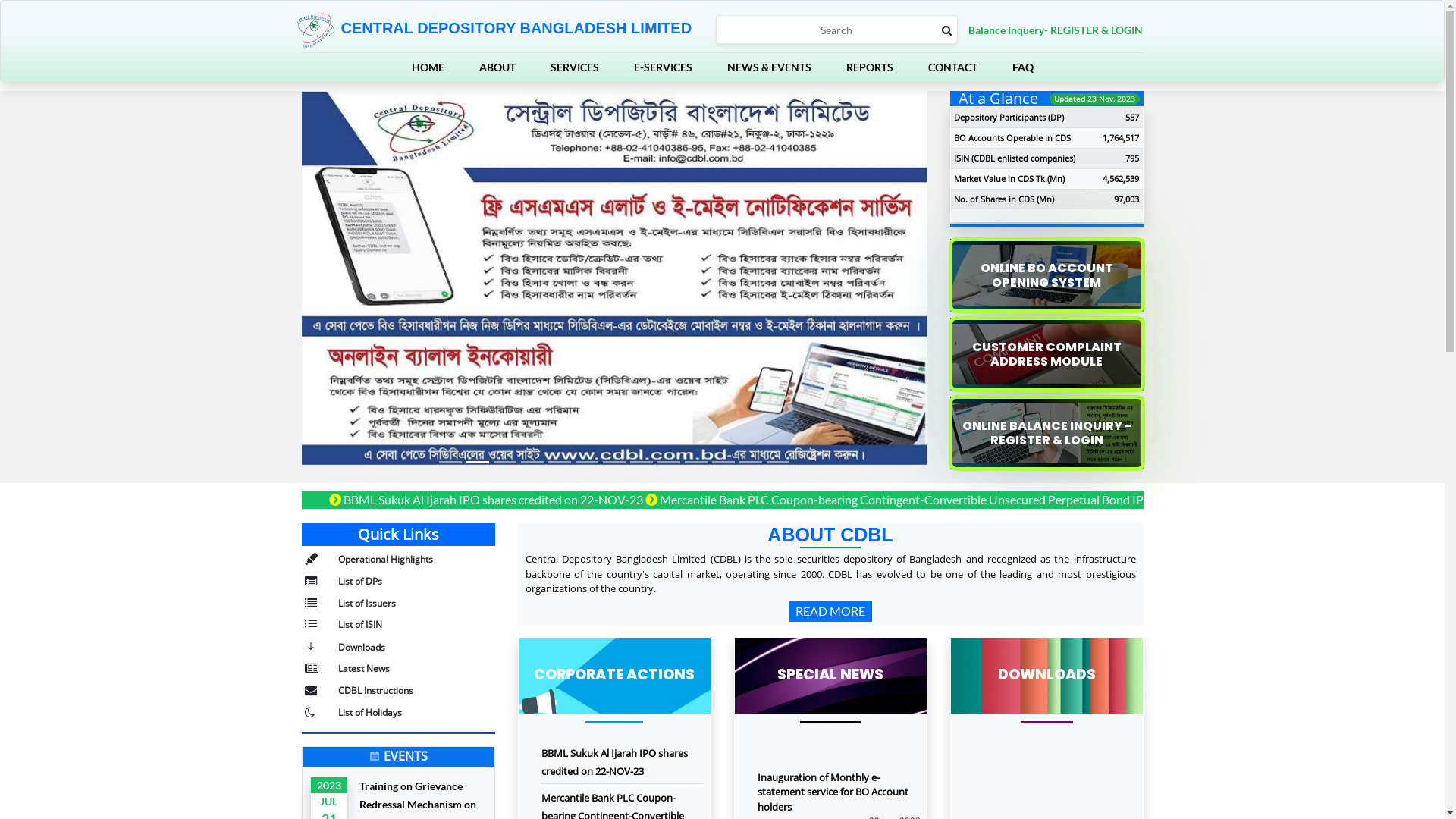  What do you see at coordinates (789, 610) in the screenshot?
I see `'READ MORE'` at bounding box center [789, 610].